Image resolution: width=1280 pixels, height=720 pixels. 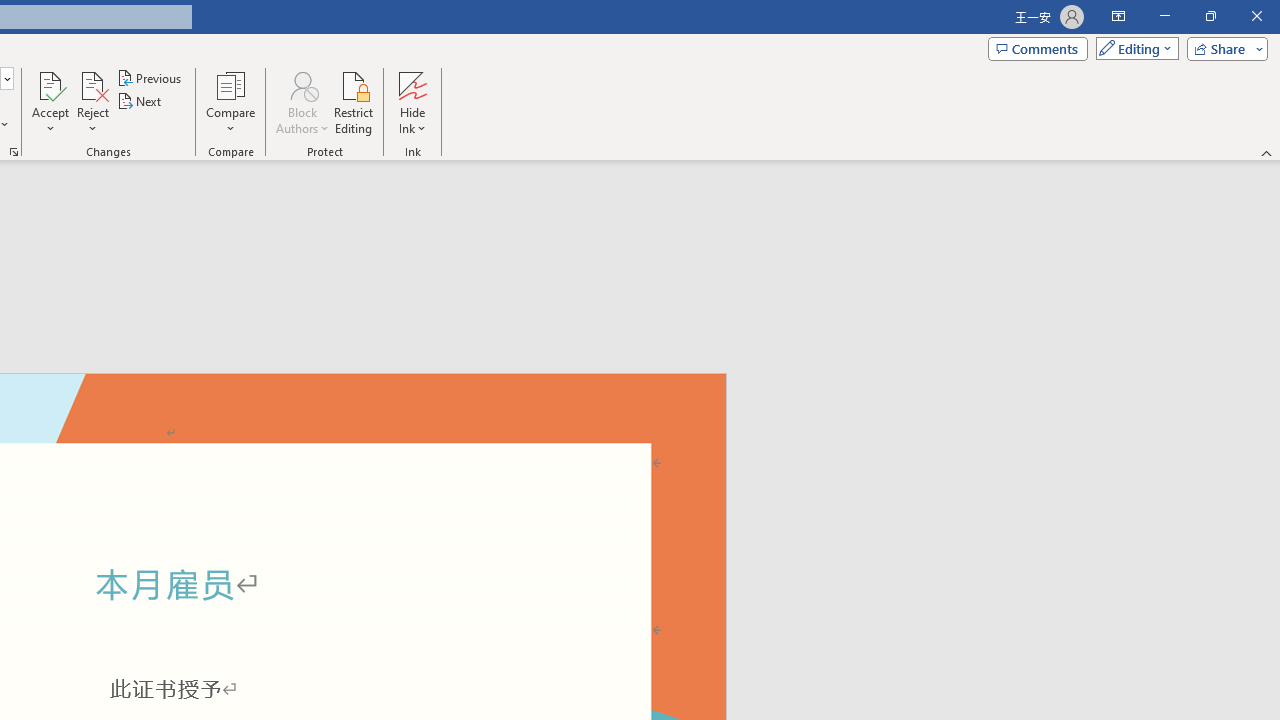 What do you see at coordinates (91, 103) in the screenshot?
I see `'Reject'` at bounding box center [91, 103].